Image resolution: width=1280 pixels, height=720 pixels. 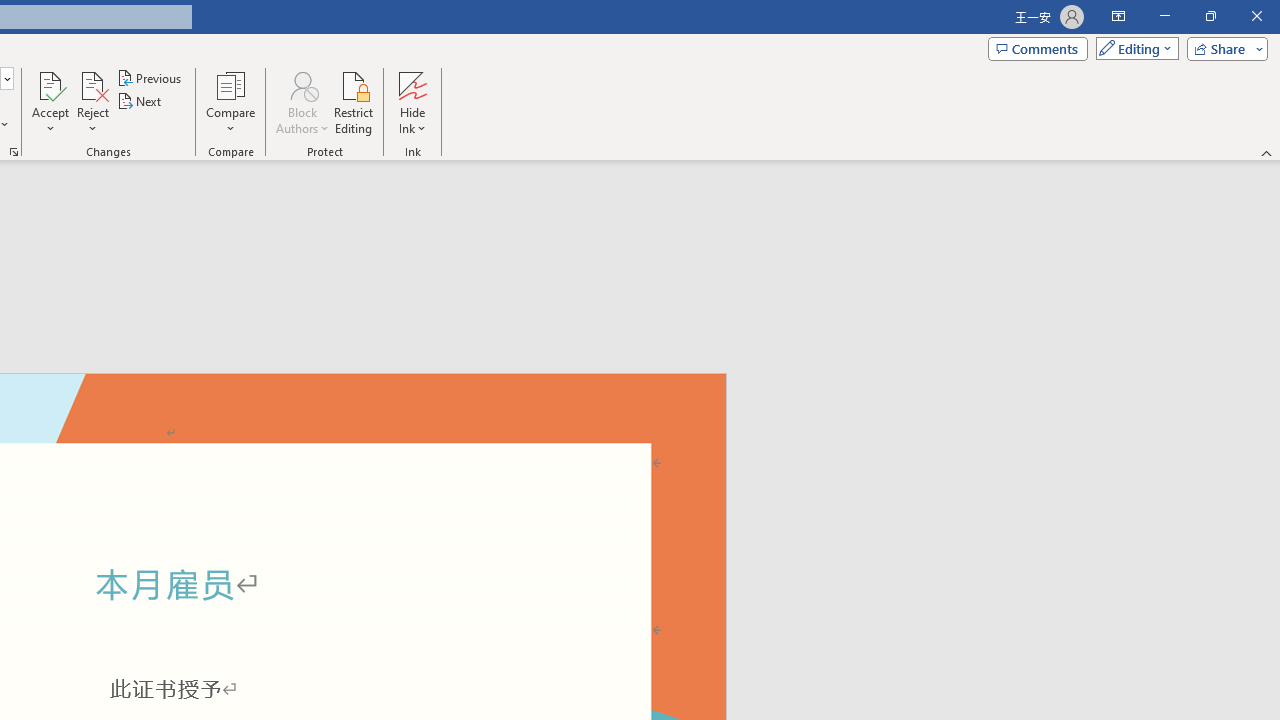 What do you see at coordinates (91, 103) in the screenshot?
I see `'Reject'` at bounding box center [91, 103].